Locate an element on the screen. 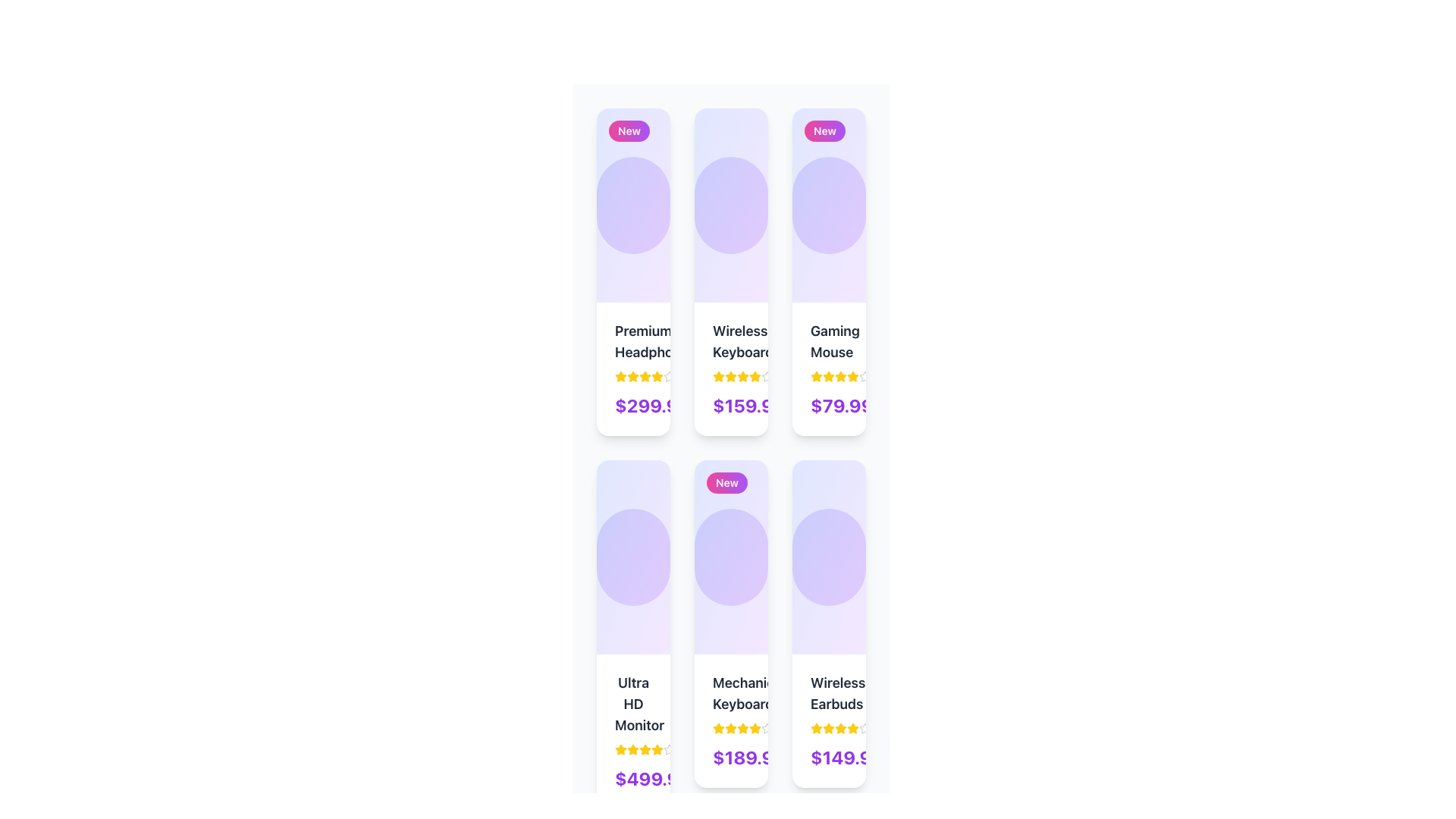  the price text label for 'Premium Headphones', which is located in the first card of the top row, below the ratings section and to the left of other elements is located at coordinates (633, 405).